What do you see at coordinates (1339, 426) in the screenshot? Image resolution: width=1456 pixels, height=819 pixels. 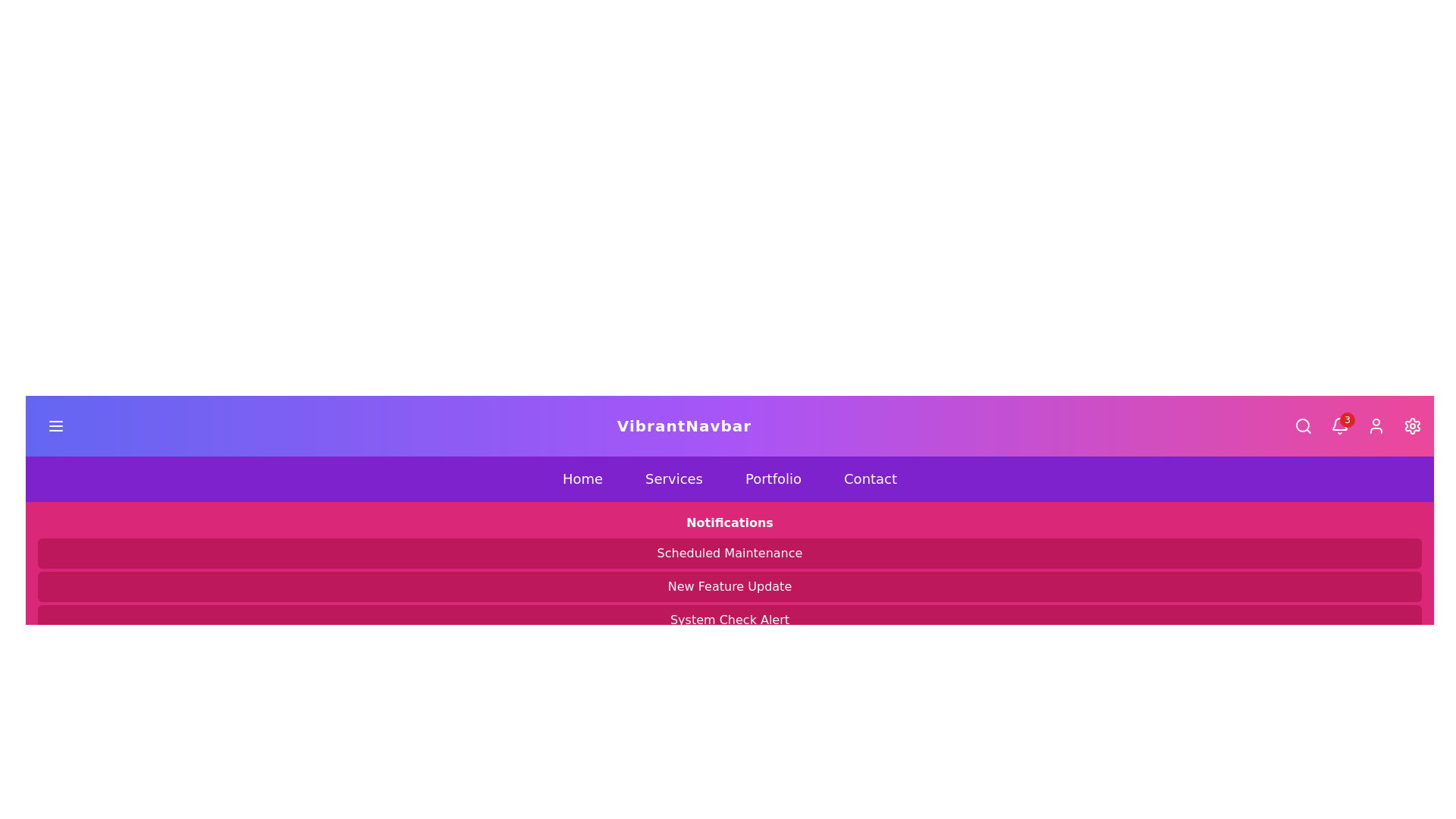 I see `the notification icon located in the top-right corner of the navigation bar` at bounding box center [1339, 426].